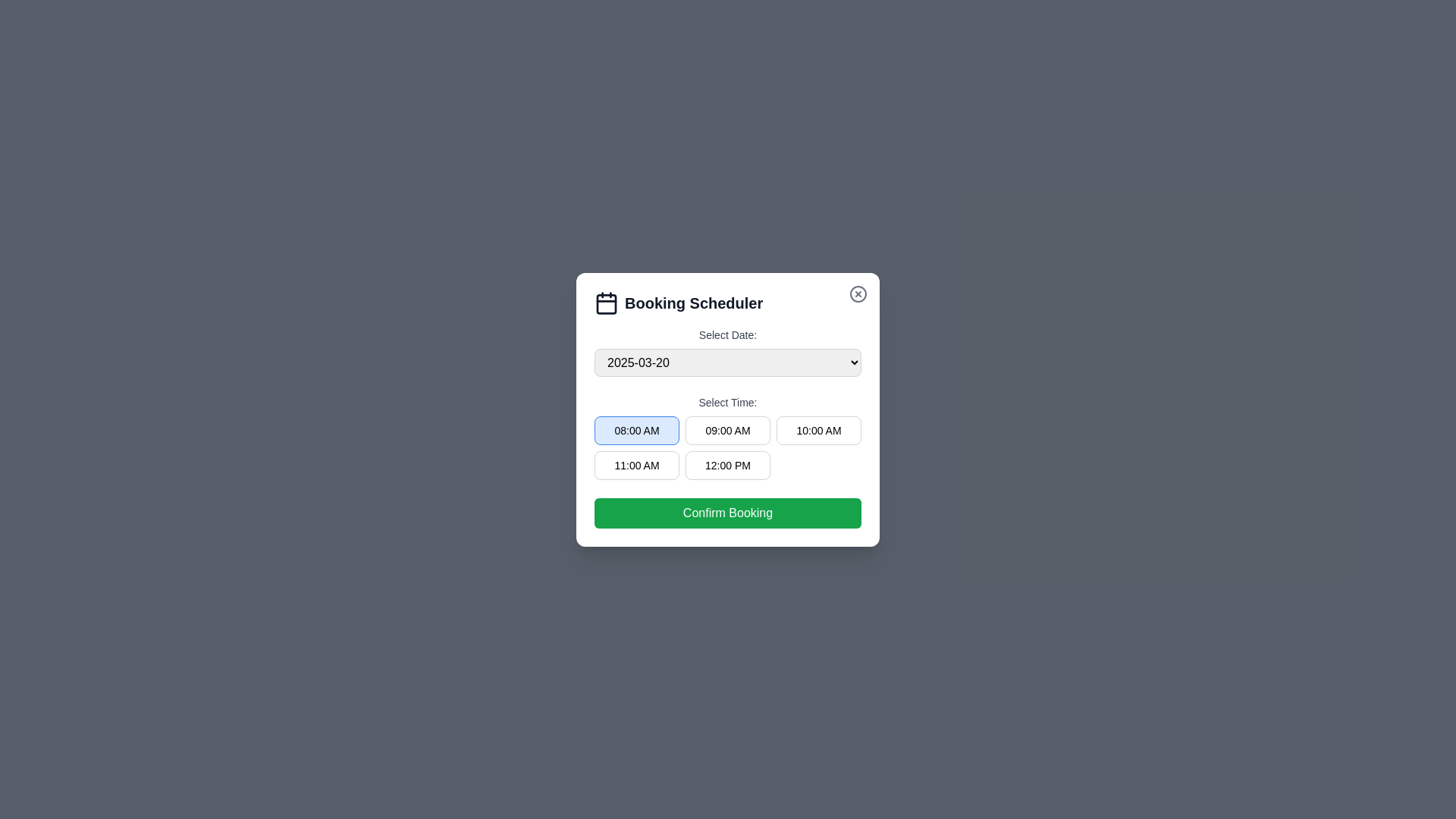  What do you see at coordinates (637, 464) in the screenshot?
I see `the rectangular button labeled '11:00 AM'` at bounding box center [637, 464].